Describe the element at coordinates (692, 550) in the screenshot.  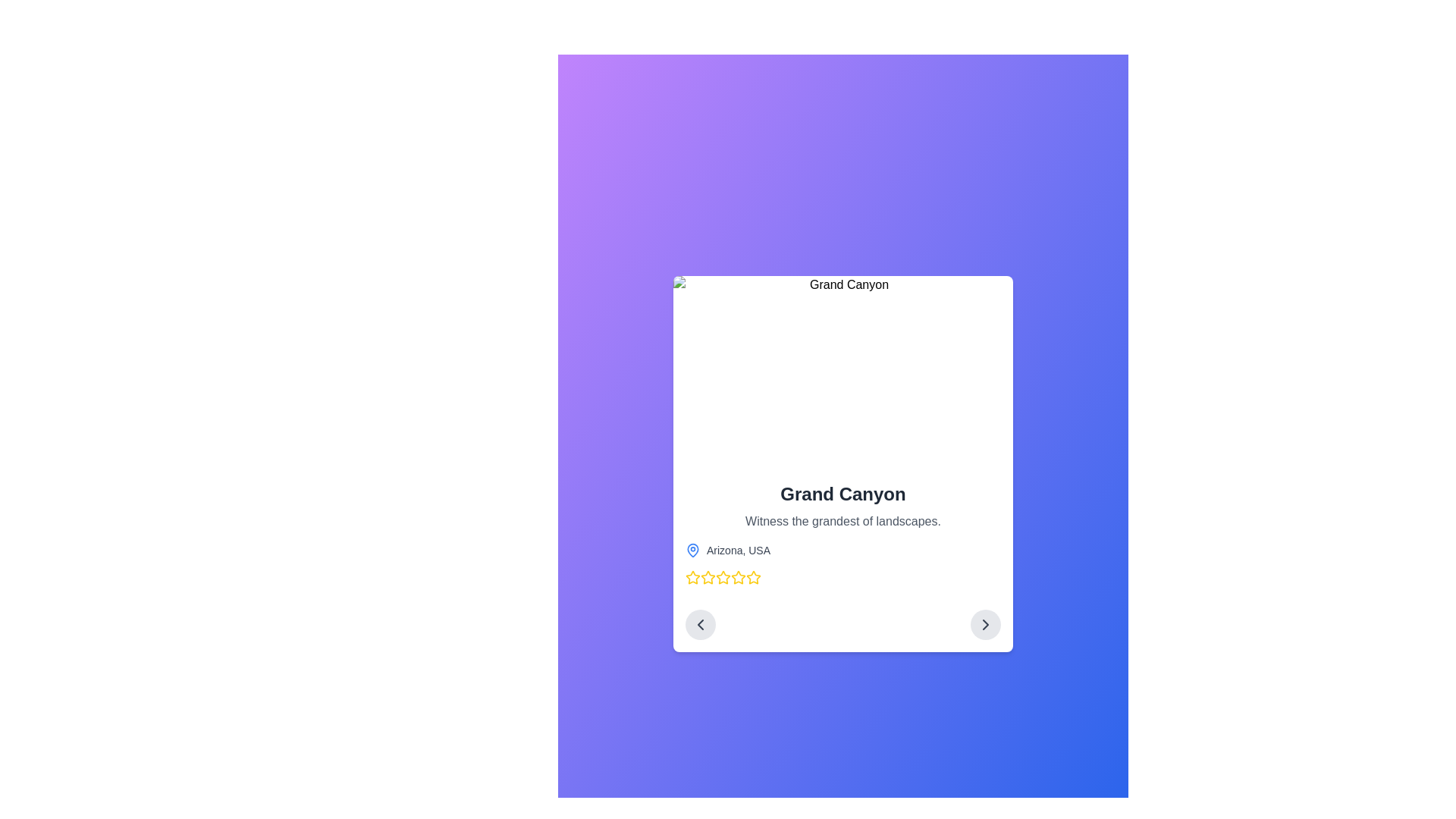
I see `the location icon situated in the mid-lower section of the card, immediately to the left of the text 'Arizona, USA'` at that location.